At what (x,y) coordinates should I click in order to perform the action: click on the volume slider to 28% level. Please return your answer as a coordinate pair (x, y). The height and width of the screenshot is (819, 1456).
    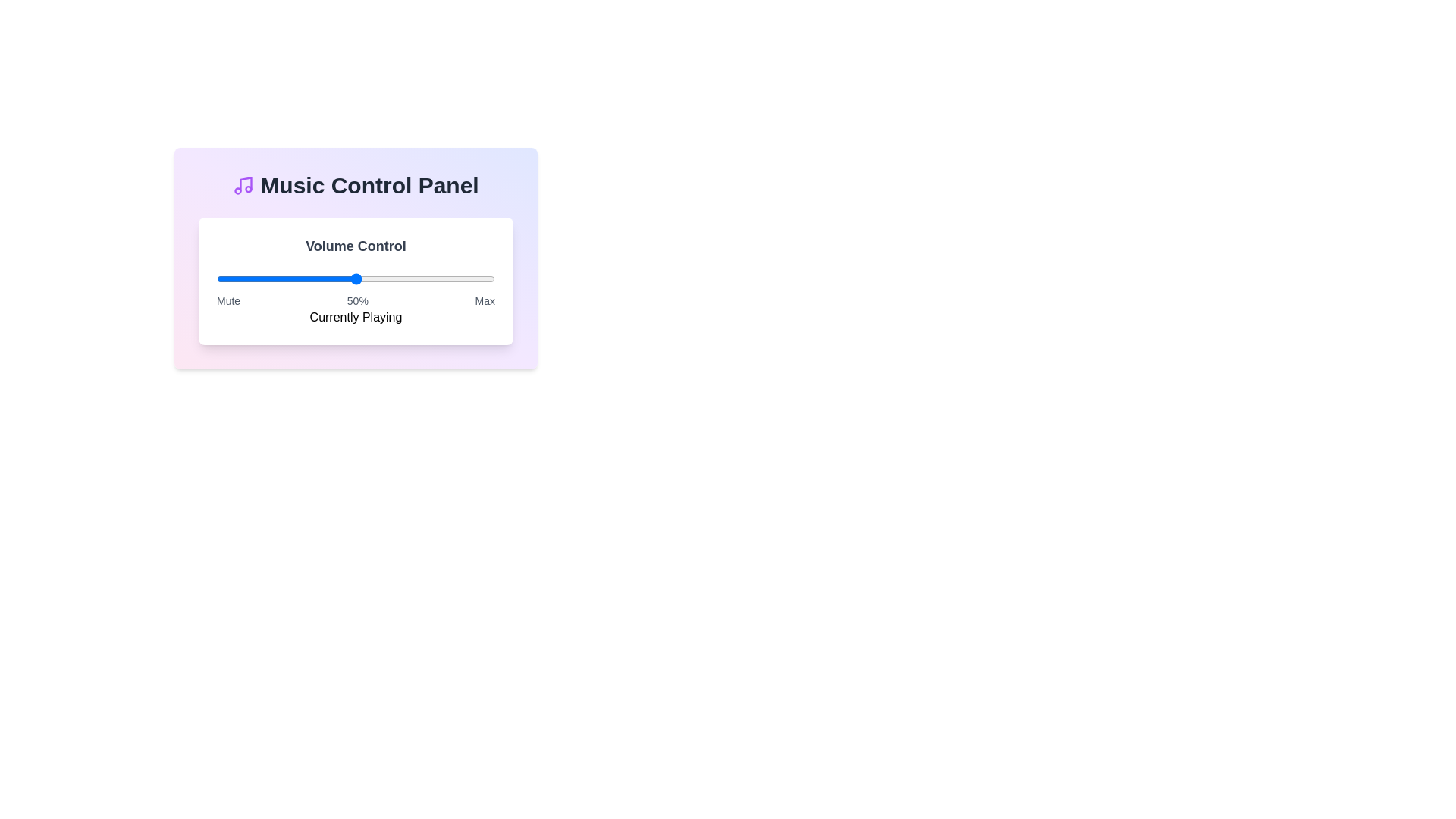
    Looking at the image, I should click on (294, 278).